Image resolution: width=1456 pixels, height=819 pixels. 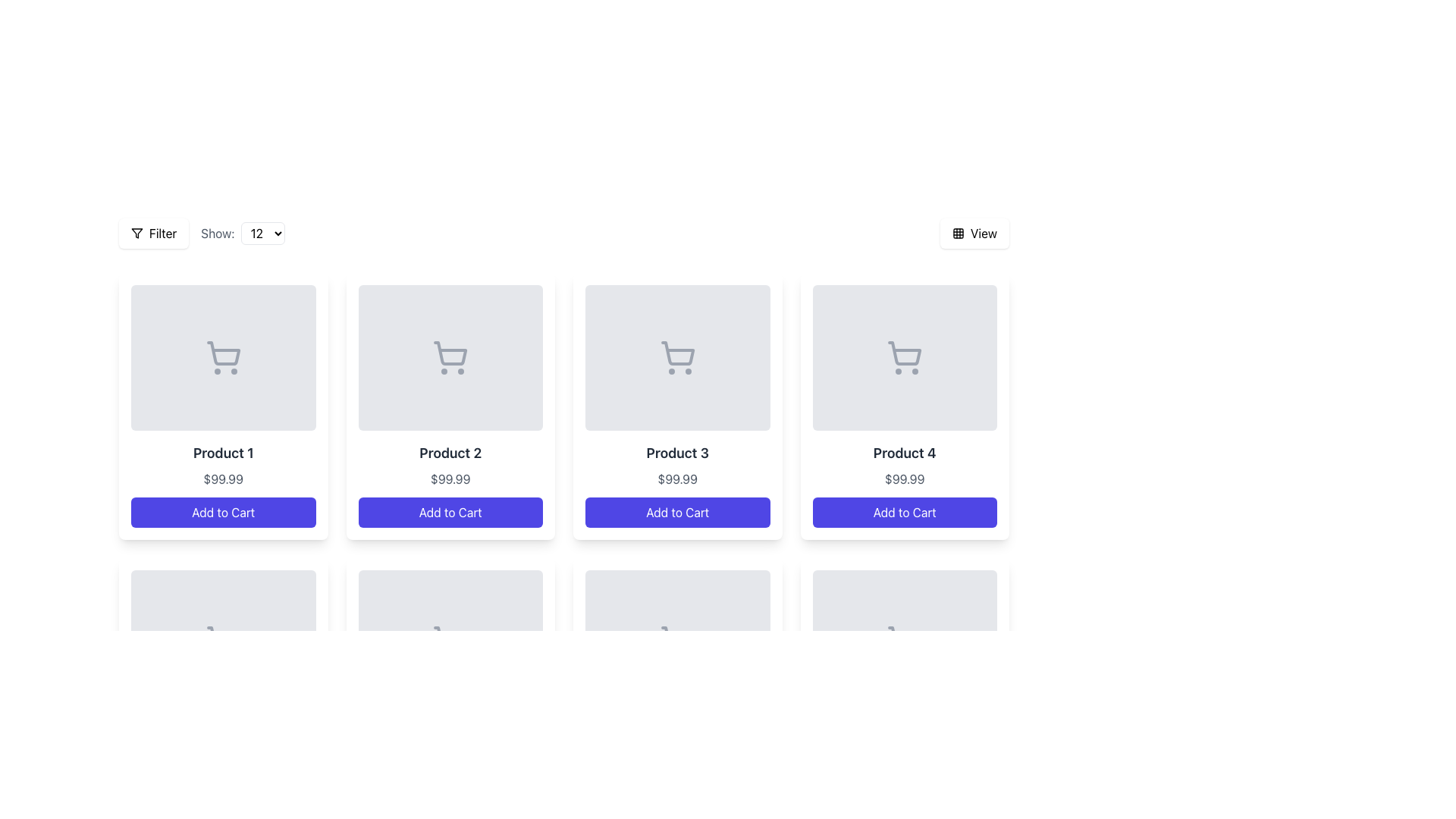 What do you see at coordinates (163, 234) in the screenshot?
I see `text label of the filtering button located near the upper-left corner of the interface to understand its function` at bounding box center [163, 234].